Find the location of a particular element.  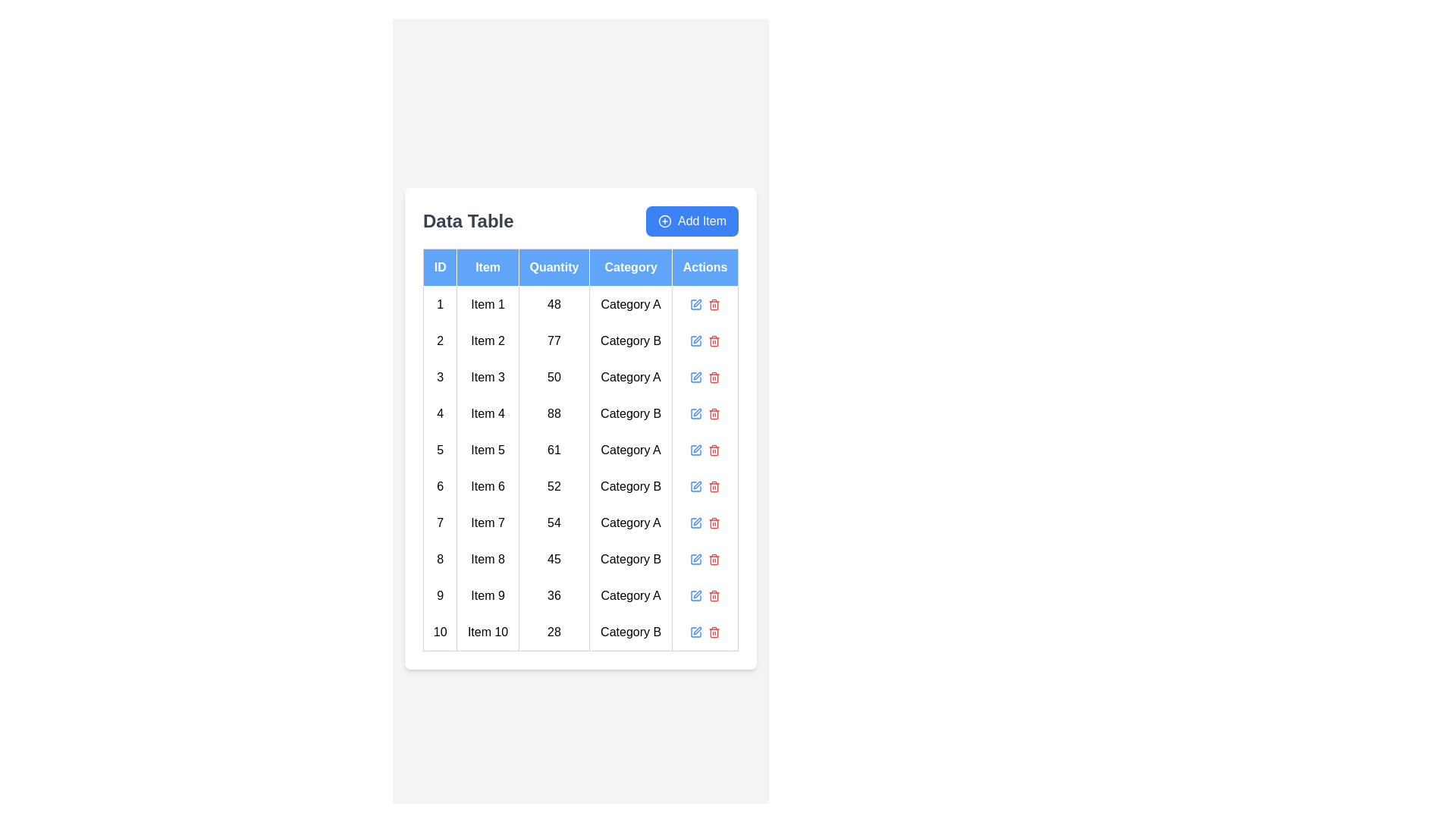

the 'Quantity' text label in the first row of the data table, which represents the quantity value of the first item is located at coordinates (553, 304).